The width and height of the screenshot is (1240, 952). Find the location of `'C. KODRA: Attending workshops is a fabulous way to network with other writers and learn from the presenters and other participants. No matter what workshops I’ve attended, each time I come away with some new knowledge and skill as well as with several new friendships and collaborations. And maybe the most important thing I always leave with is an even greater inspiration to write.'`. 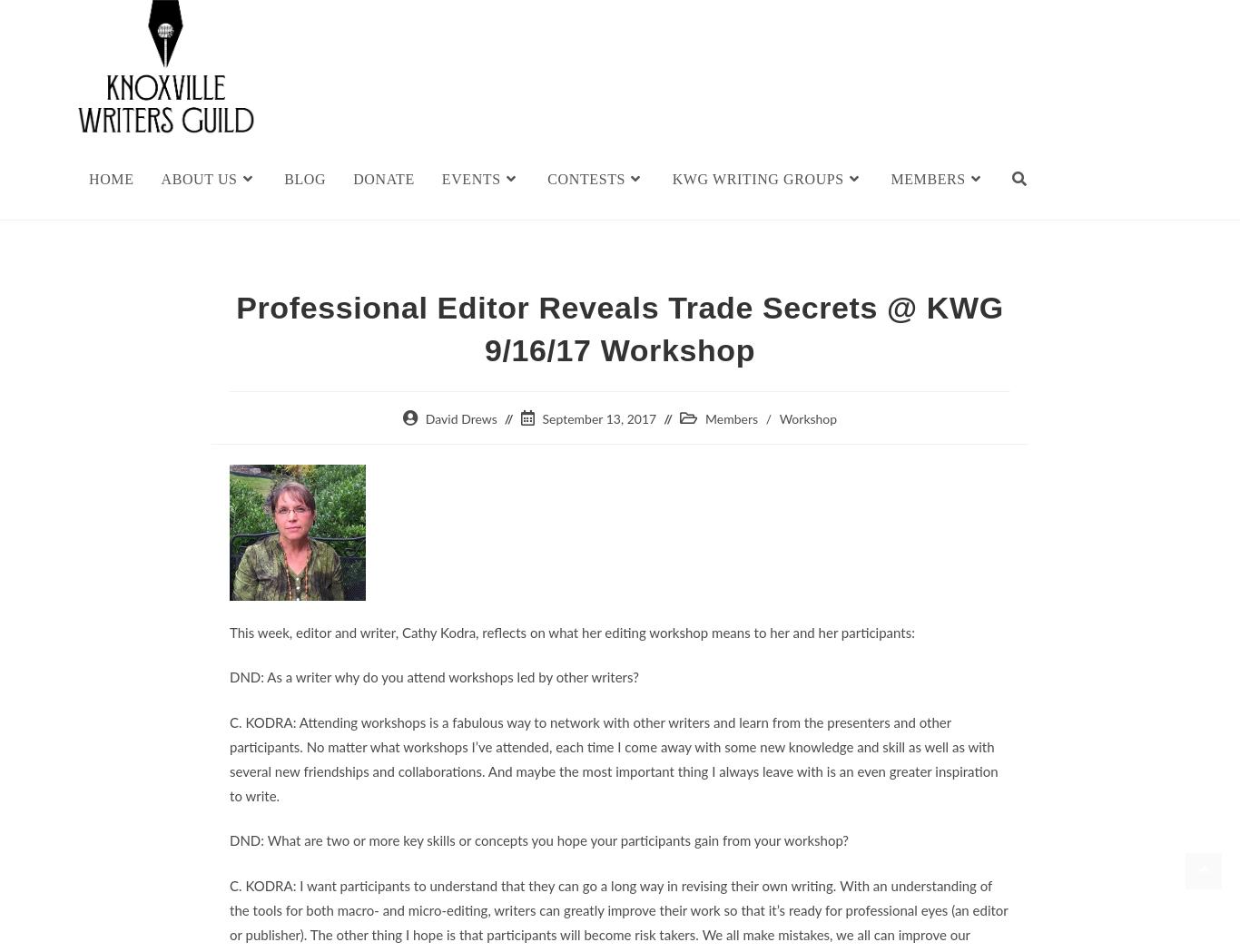

'C. KODRA: Attending workshops is a fabulous way to network with other writers and learn from the presenters and other participants. No matter what workshops I’ve attended, each time I come away with some new knowledge and skill as well as with several new friendships and collaborations. And maybe the most important thing I always leave with is an even greater inspiration to write.' is located at coordinates (229, 758).